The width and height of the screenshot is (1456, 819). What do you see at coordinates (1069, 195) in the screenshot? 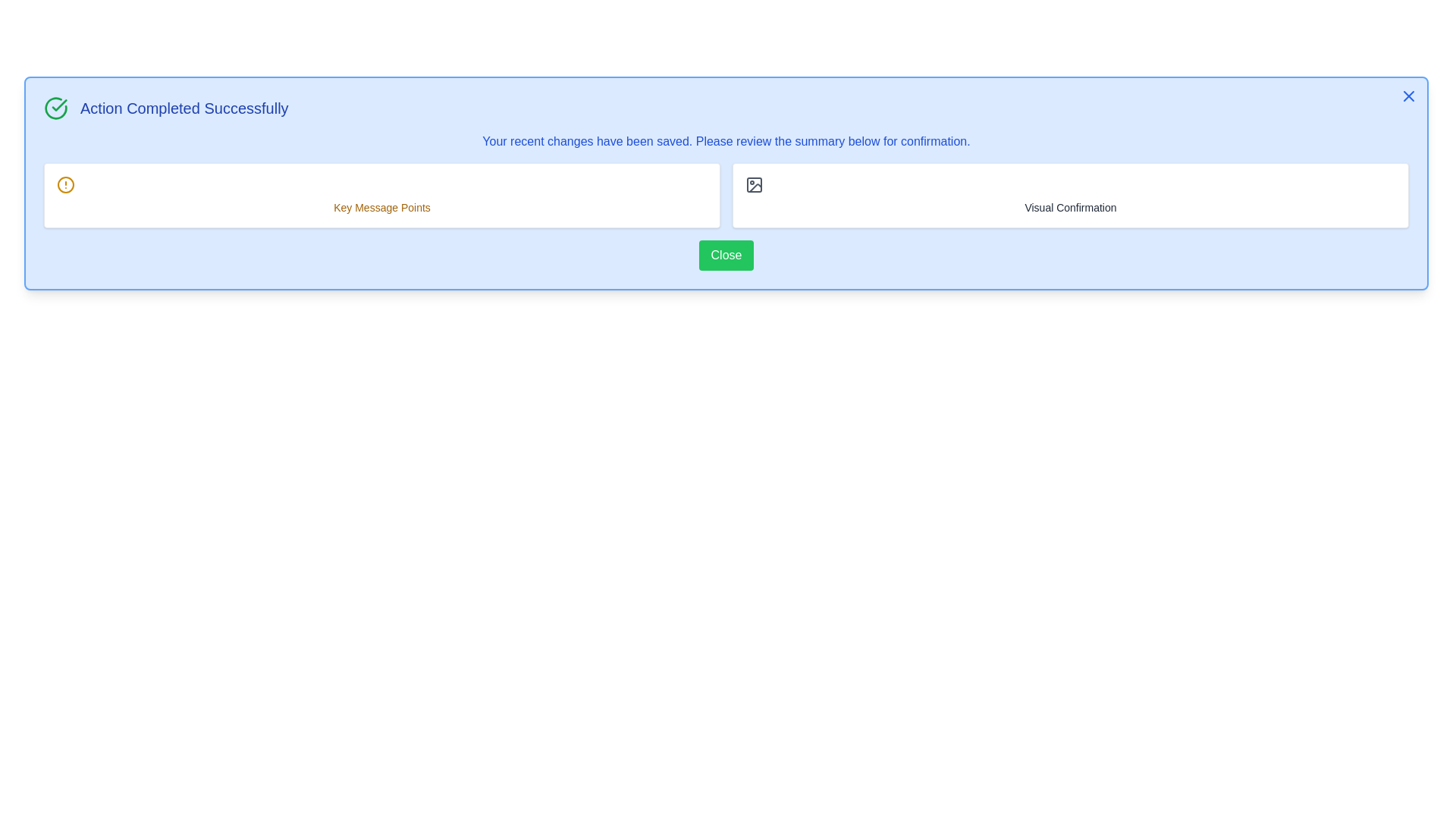
I see `the section 'Visual Confirmation' for interaction` at bounding box center [1069, 195].